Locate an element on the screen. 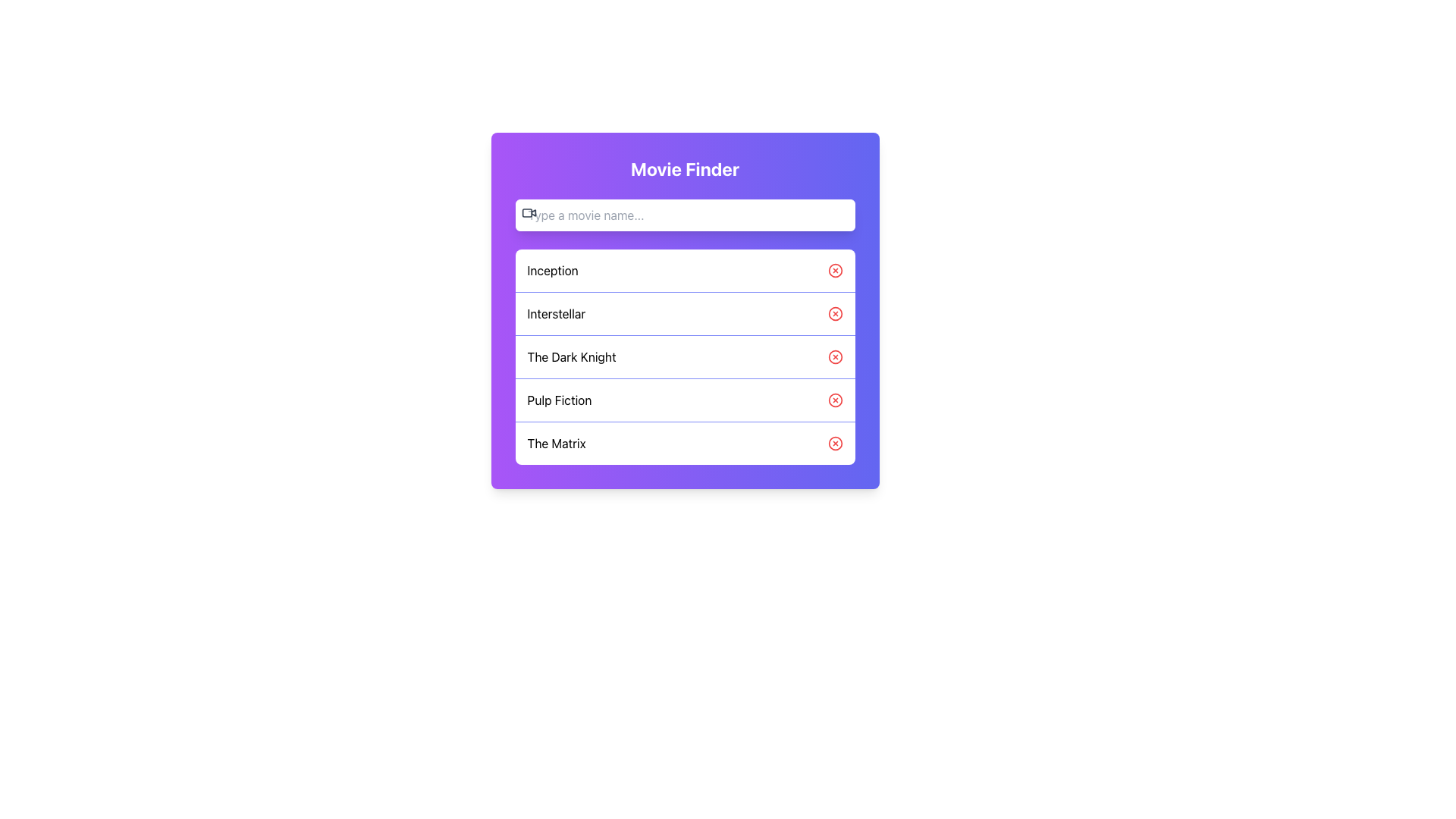  the video-related icon, which is positioned at the top left corner of the input field near the placeholder text 'Type a movie name...' is located at coordinates (529, 213).